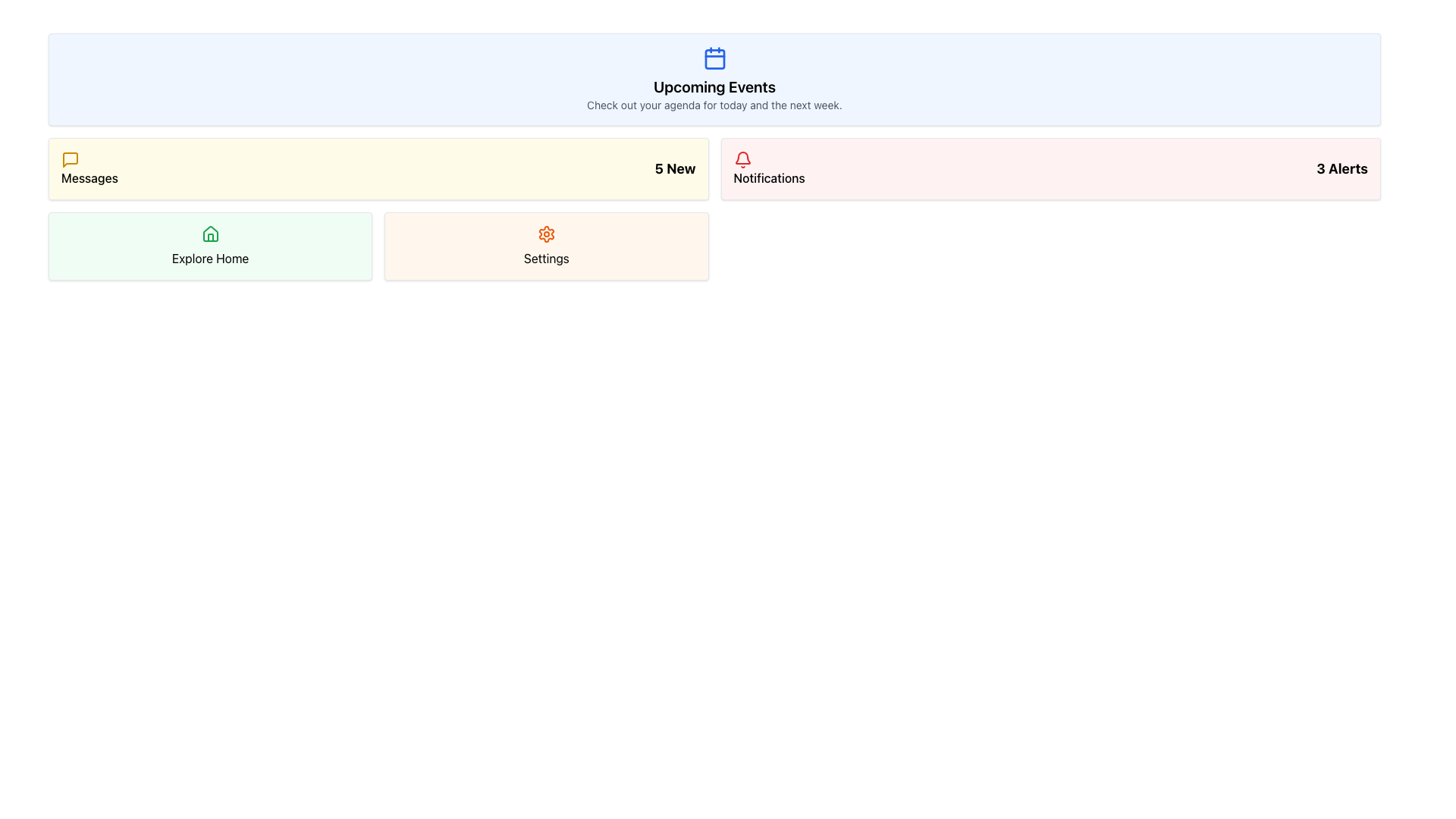  I want to click on the static text 'Explore Home' which is centered in a light green rectangular card located at the bottom section of the interface, below a house icon, so click(209, 257).